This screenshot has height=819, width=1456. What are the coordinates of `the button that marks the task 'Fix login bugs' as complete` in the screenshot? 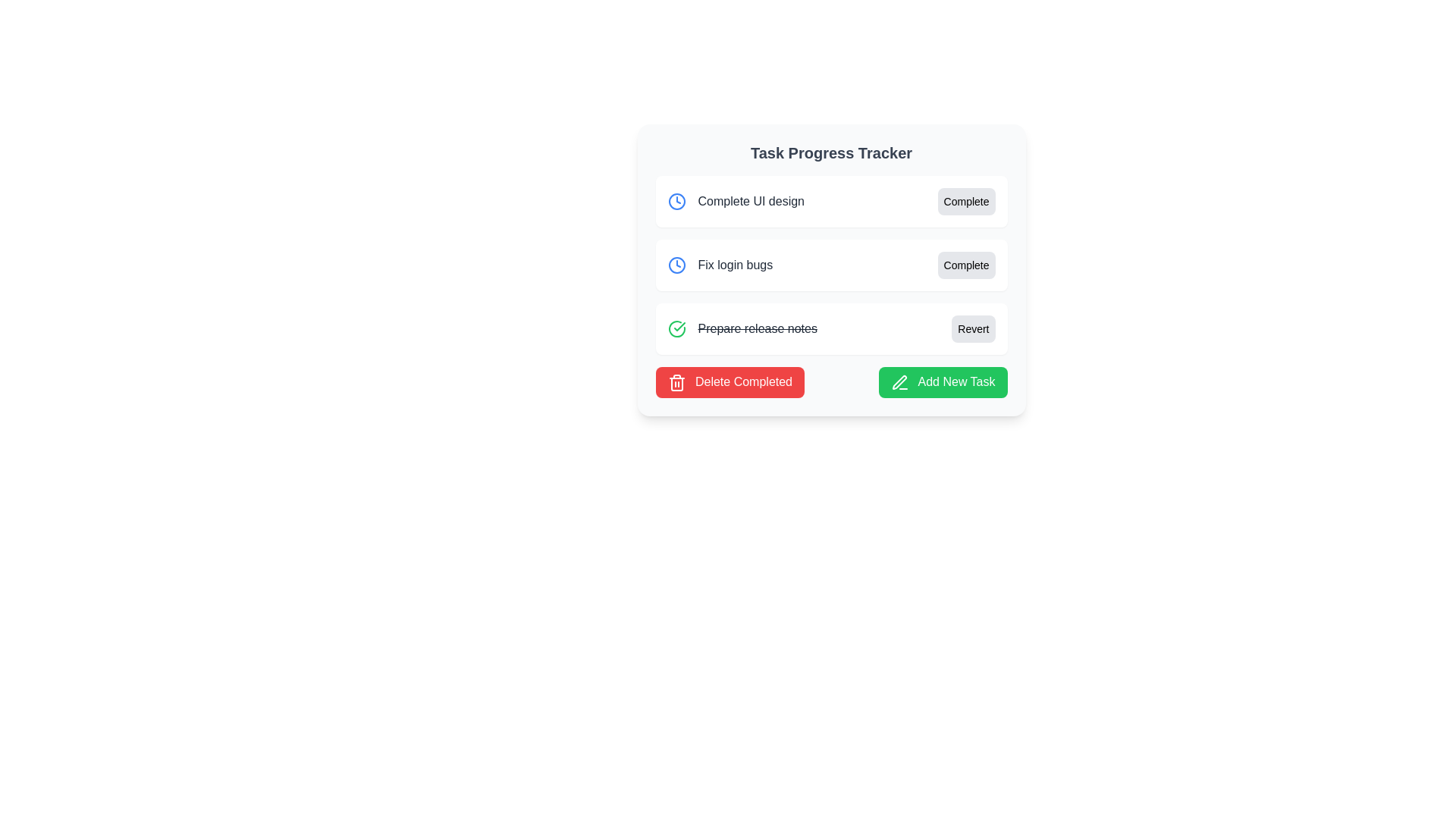 It's located at (965, 265).